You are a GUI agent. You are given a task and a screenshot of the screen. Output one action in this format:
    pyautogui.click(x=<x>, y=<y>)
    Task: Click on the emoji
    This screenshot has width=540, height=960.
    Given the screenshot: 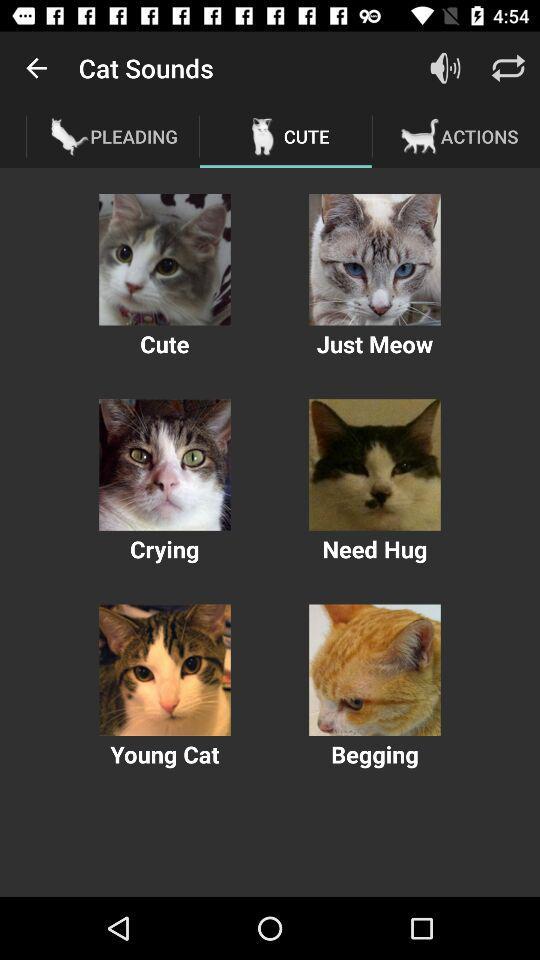 What is the action you would take?
    pyautogui.click(x=374, y=258)
    